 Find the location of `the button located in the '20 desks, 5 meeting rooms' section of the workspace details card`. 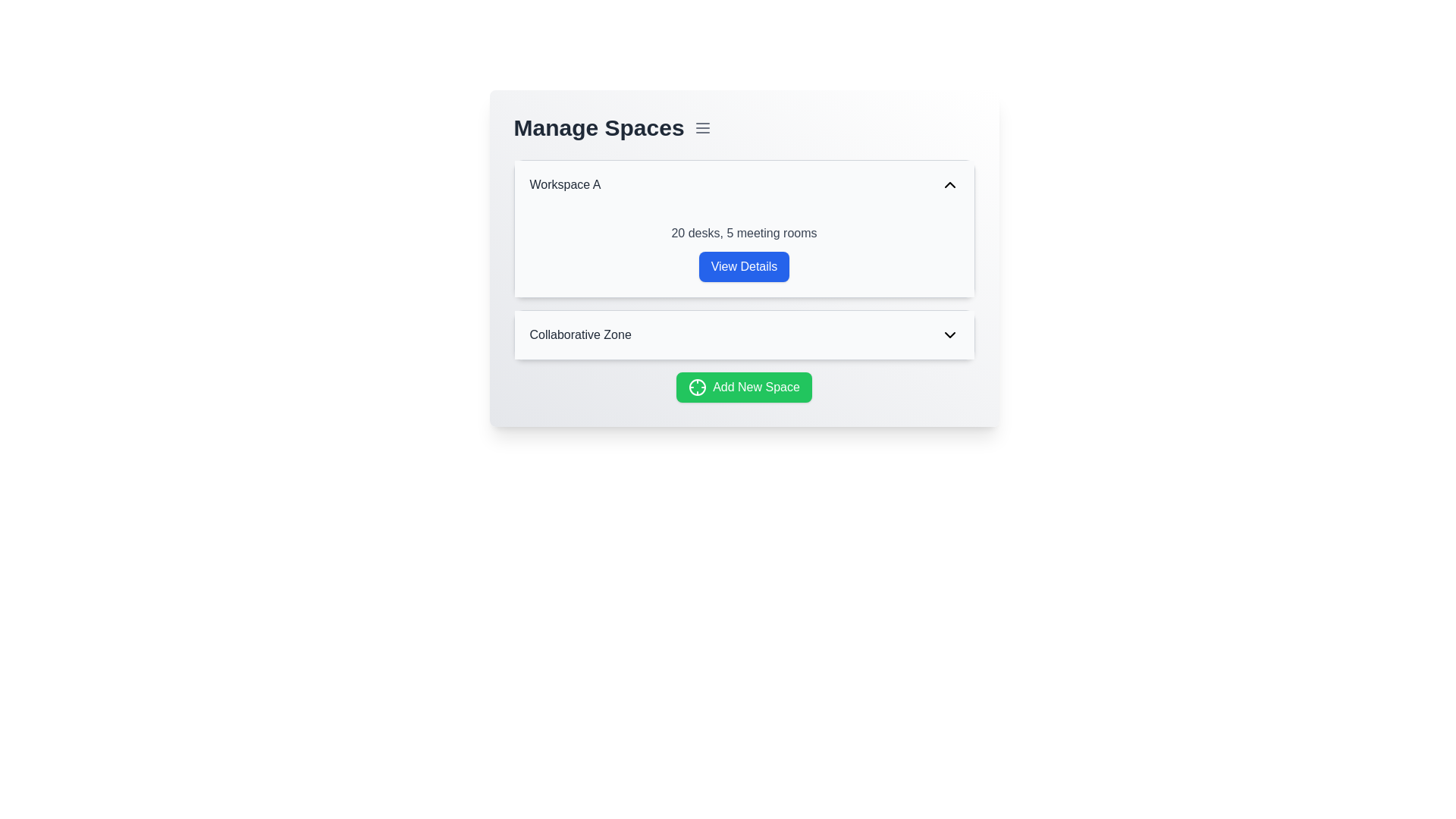

the button located in the '20 desks, 5 meeting rooms' section of the workspace details card is located at coordinates (744, 265).